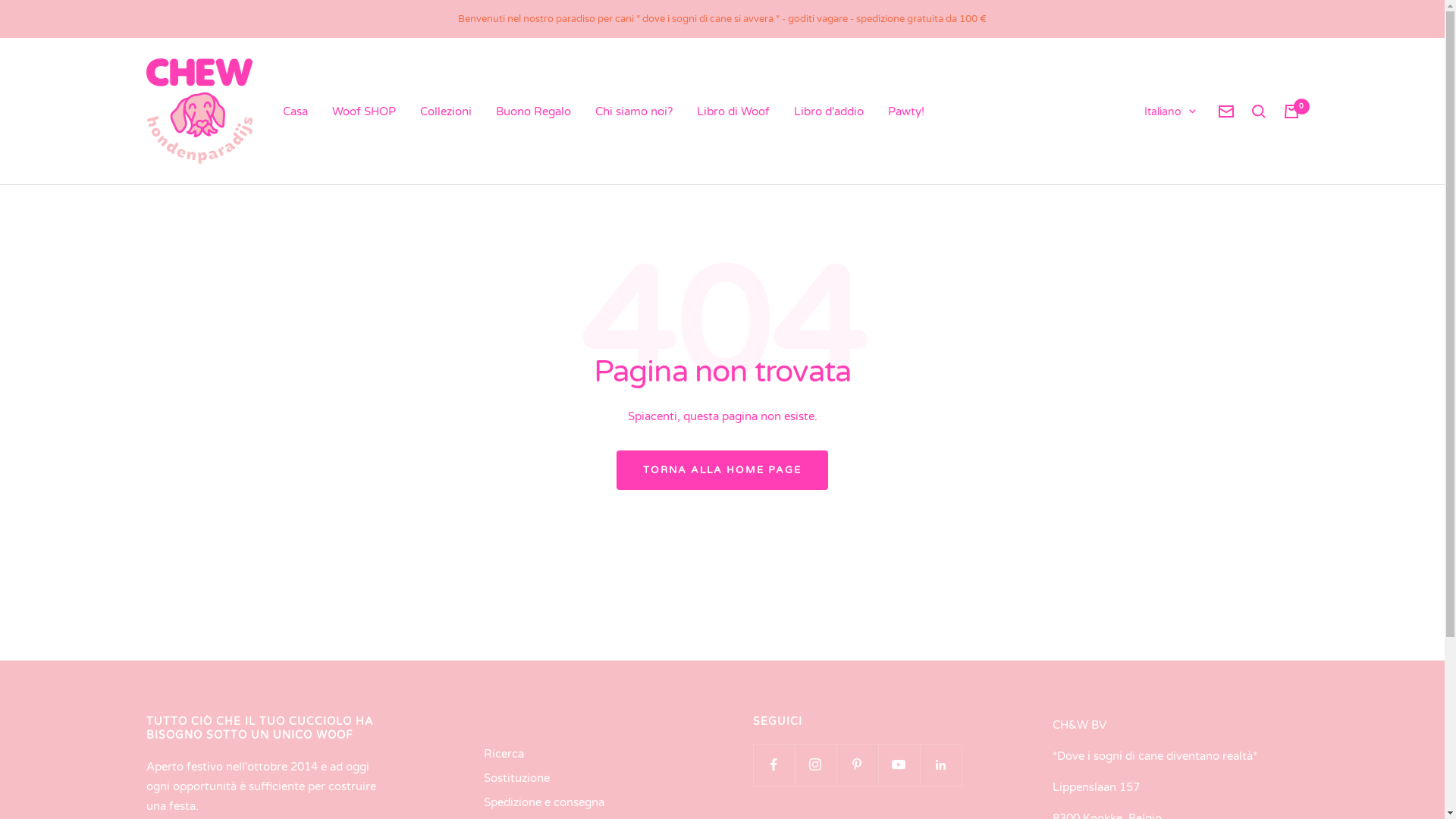 The height and width of the screenshot is (819, 1456). What do you see at coordinates (198, 110) in the screenshot?
I see `'CHEW - Hondenparadijs'` at bounding box center [198, 110].